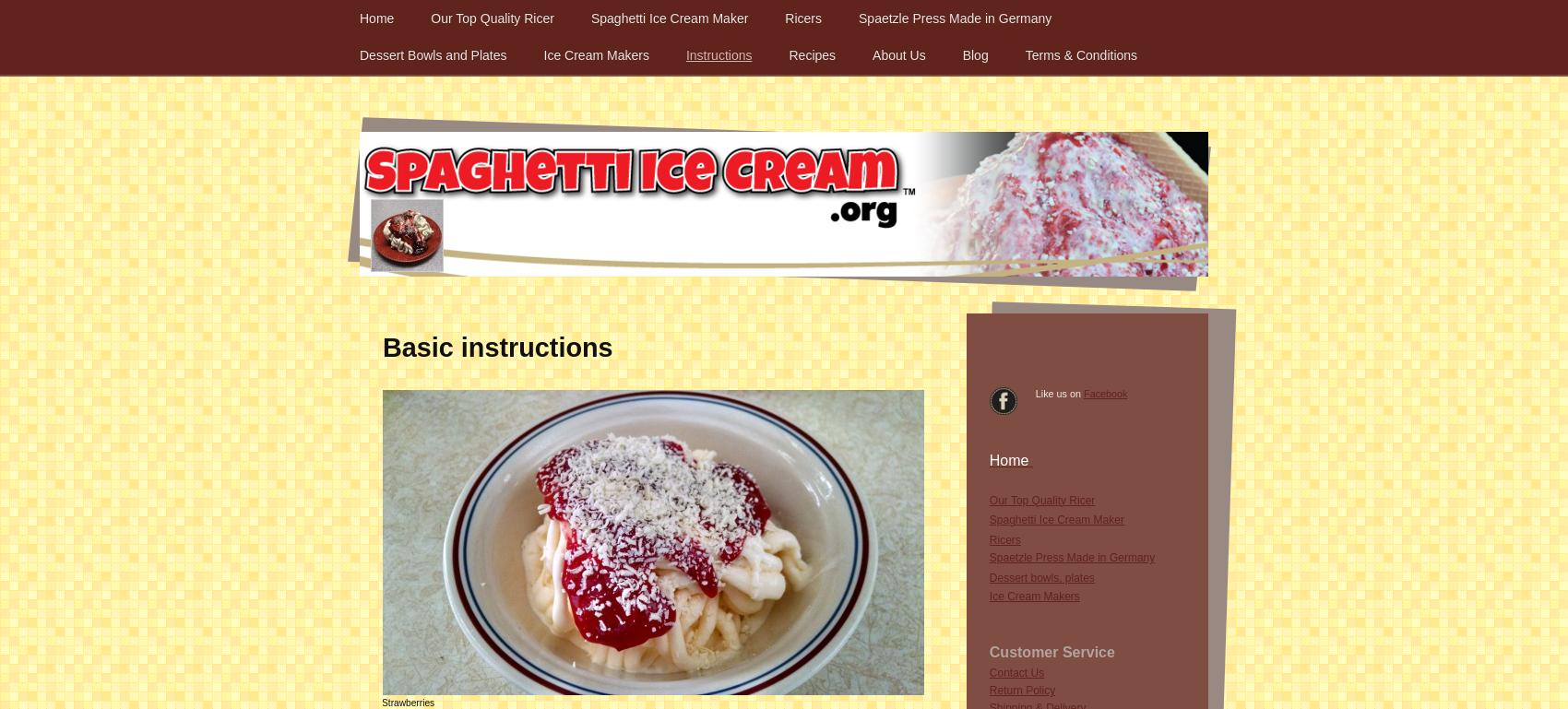 The height and width of the screenshot is (709, 1568). What do you see at coordinates (1016, 671) in the screenshot?
I see `'Contact Us'` at bounding box center [1016, 671].